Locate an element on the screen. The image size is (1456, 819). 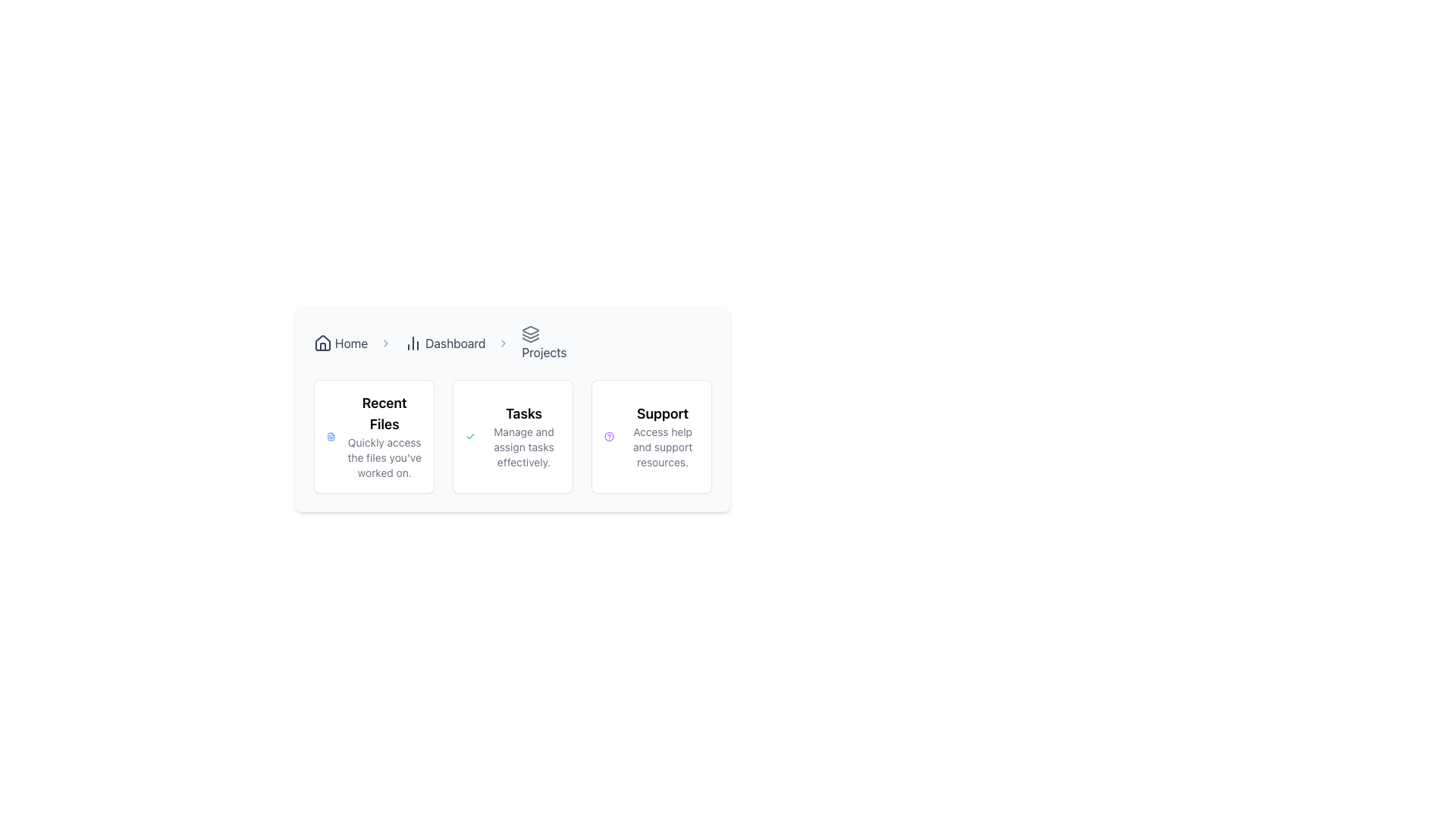
the gray stacked layers icon in the breadcrumb navigation bar, positioned before the 'Projects' text is located at coordinates (531, 333).